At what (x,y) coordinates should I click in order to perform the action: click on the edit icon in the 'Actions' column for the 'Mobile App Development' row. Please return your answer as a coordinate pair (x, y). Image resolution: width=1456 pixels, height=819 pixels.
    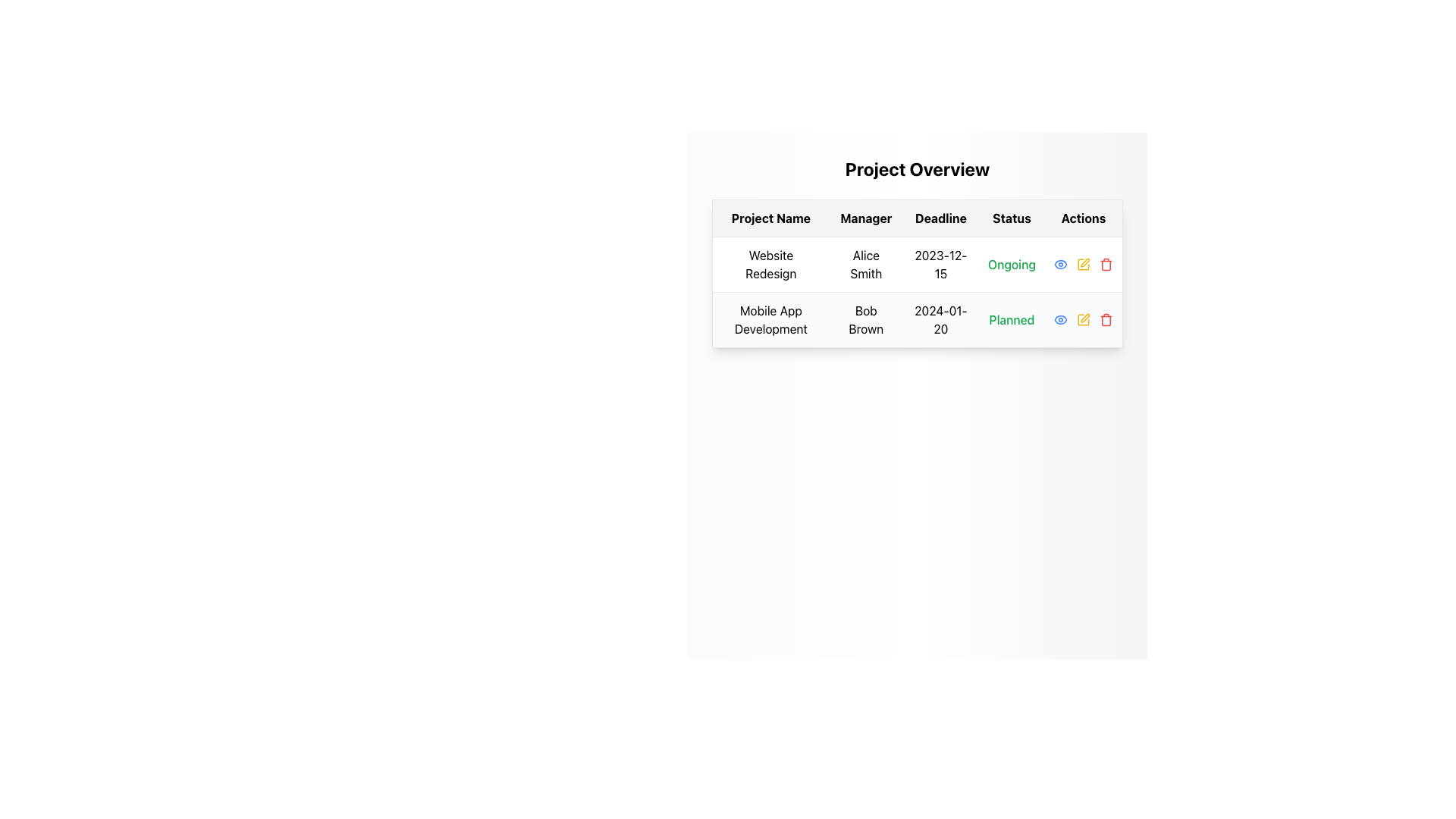
    Looking at the image, I should click on (1083, 318).